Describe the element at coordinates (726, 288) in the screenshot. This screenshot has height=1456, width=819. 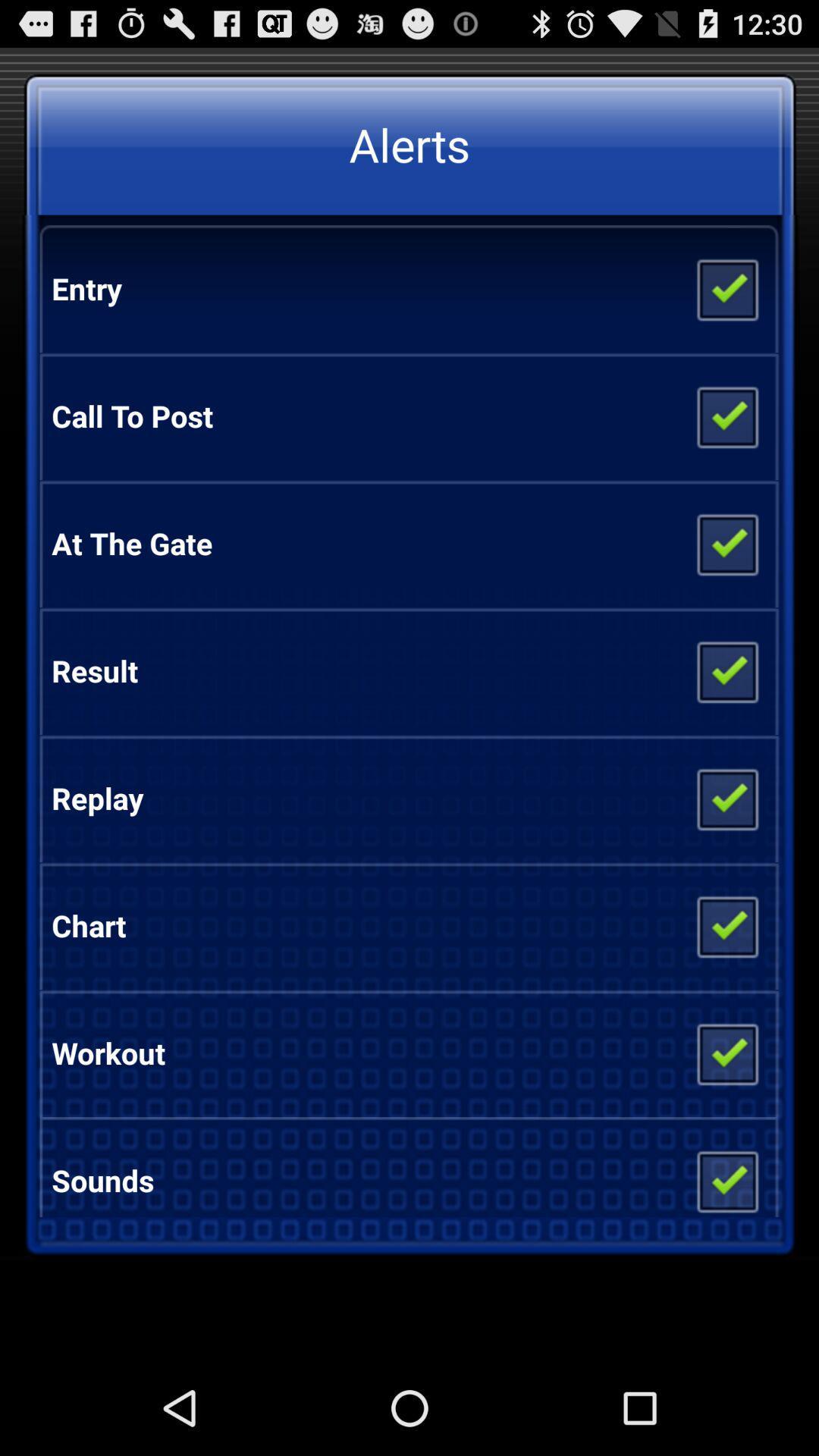
I see `the item to the right of the entry item` at that location.